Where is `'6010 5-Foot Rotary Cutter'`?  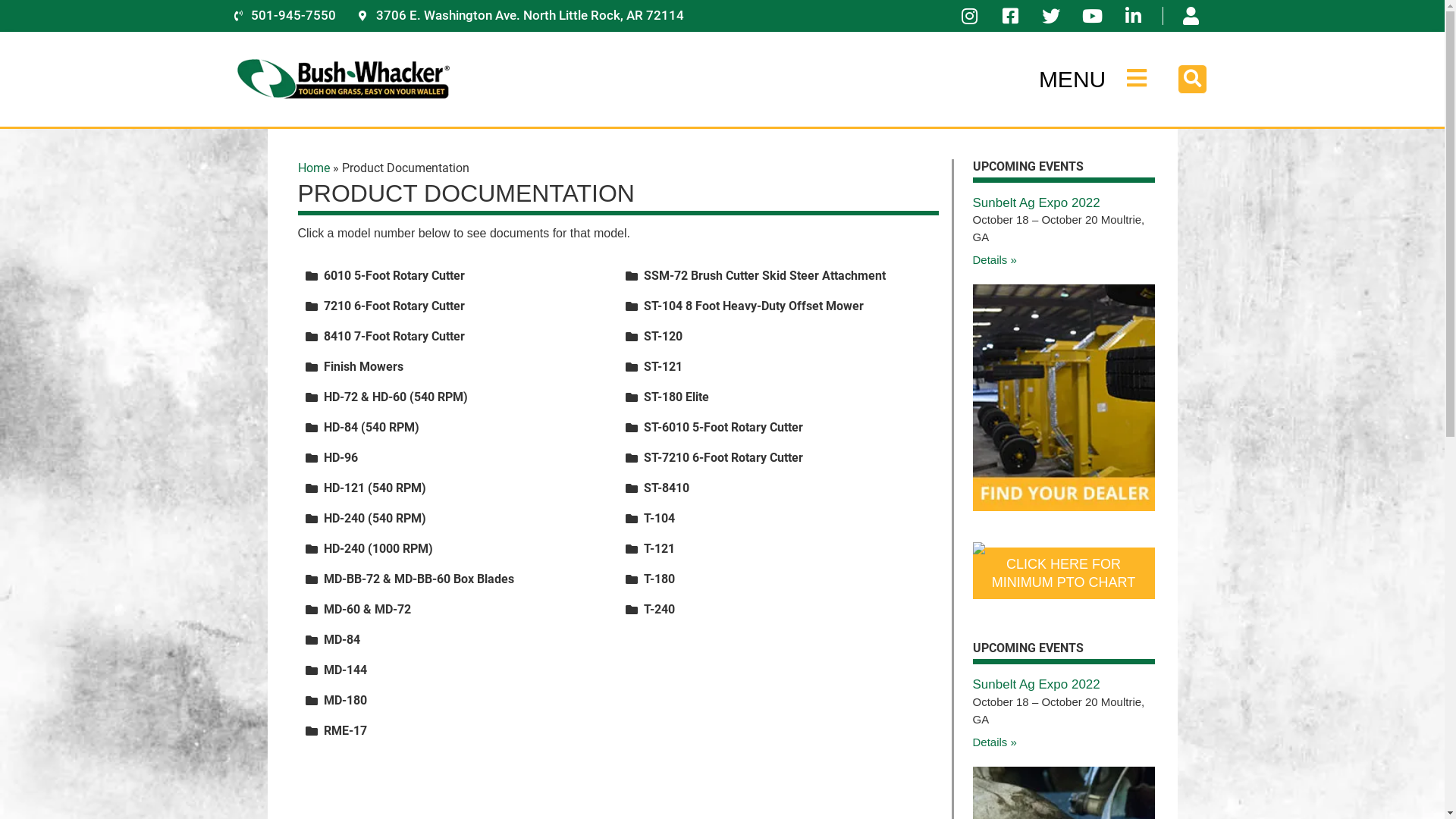 '6010 5-Foot Rotary Cutter' is located at coordinates (393, 275).